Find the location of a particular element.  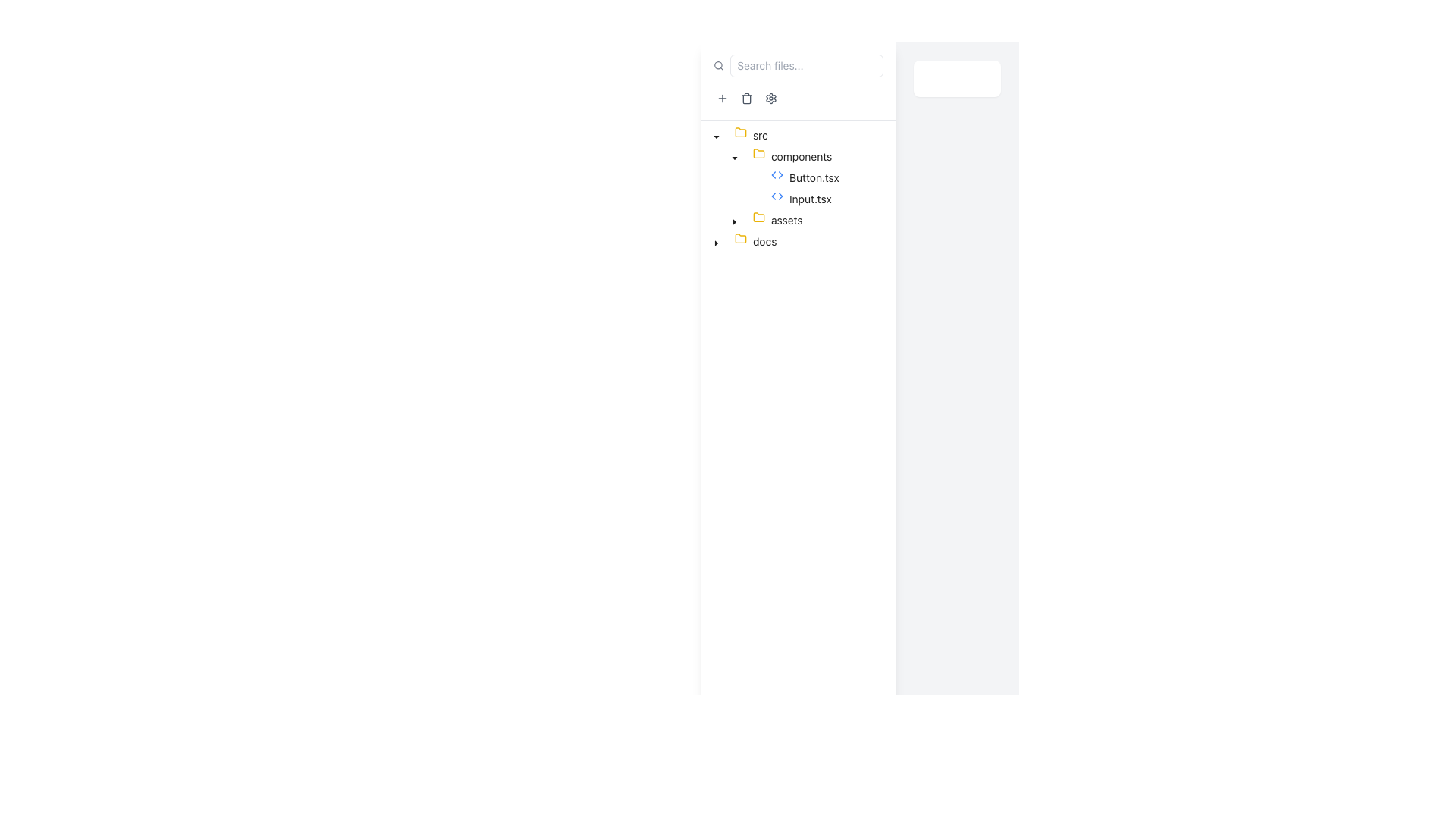

blue code symbol icon resembling angular brackets next to the label 'Input.tsx' for developer tools is located at coordinates (780, 198).